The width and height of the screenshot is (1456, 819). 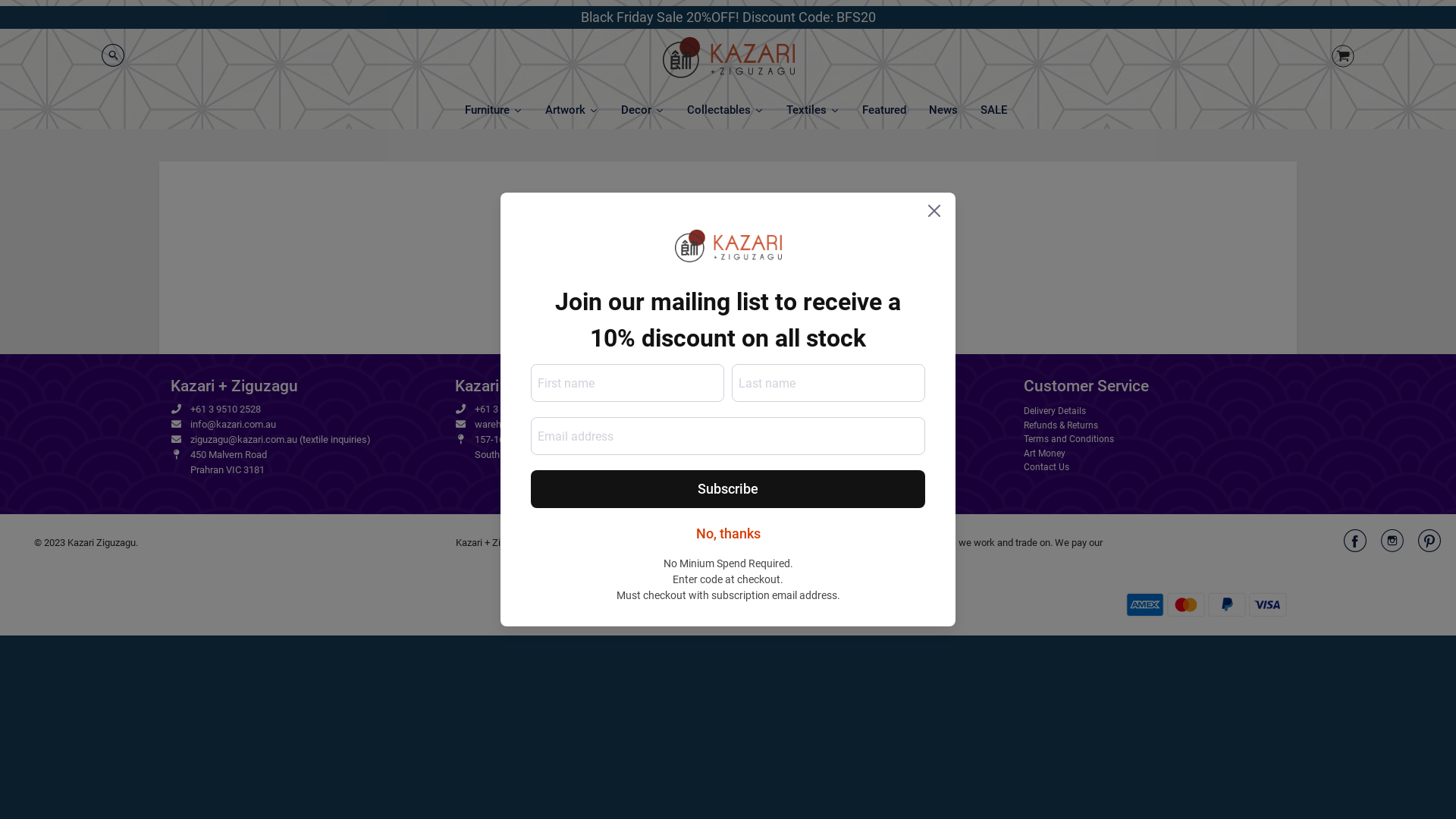 What do you see at coordinates (1354, 544) in the screenshot?
I see `'Kazari Ziguzagu on Facebook'` at bounding box center [1354, 544].